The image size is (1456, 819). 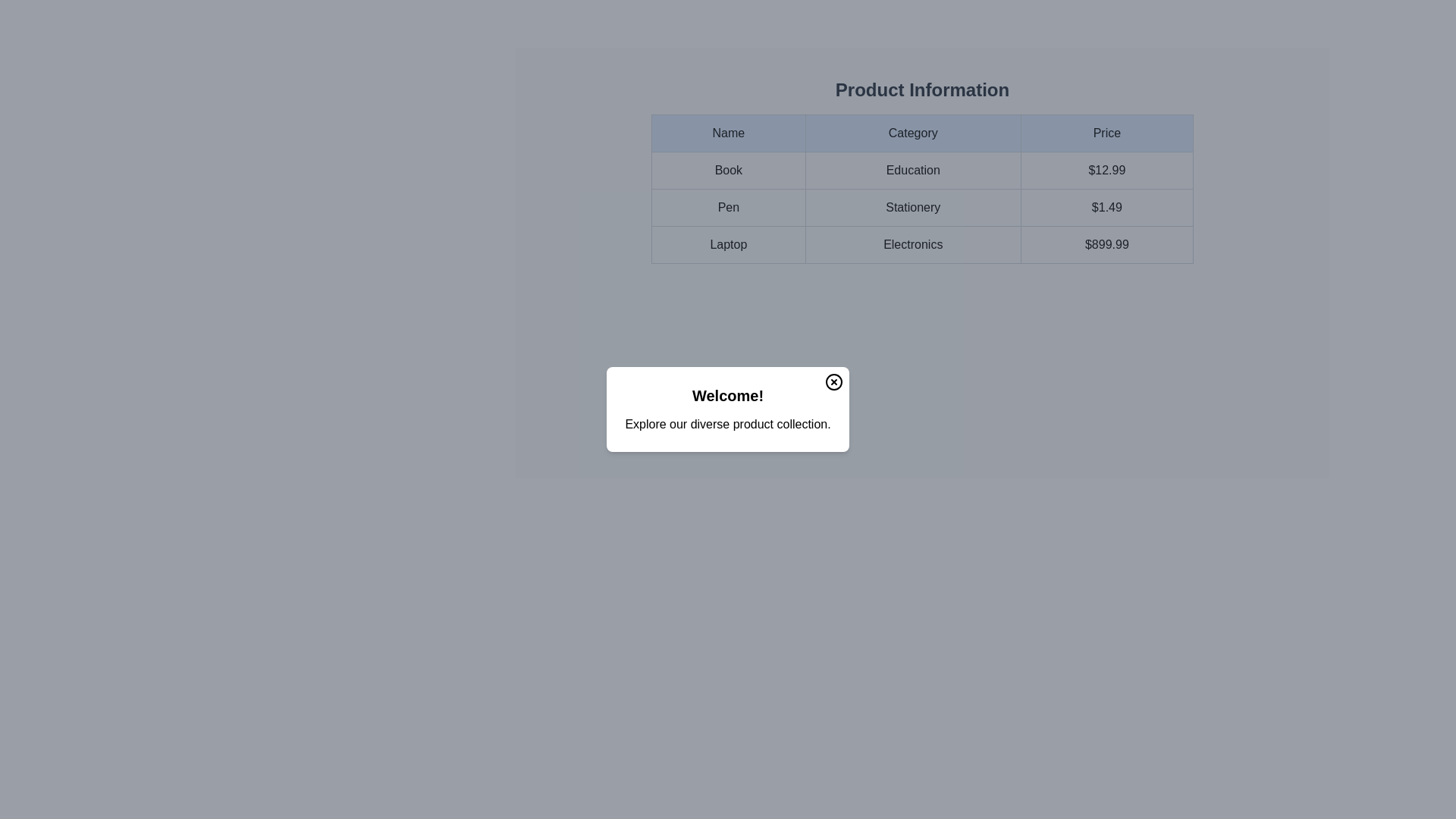 I want to click on the decorative circle in the close icon located at the top-right corner of the popup overlay box that contains the text 'Welcome!' and 'Explore our diverse product collection.', so click(x=833, y=381).